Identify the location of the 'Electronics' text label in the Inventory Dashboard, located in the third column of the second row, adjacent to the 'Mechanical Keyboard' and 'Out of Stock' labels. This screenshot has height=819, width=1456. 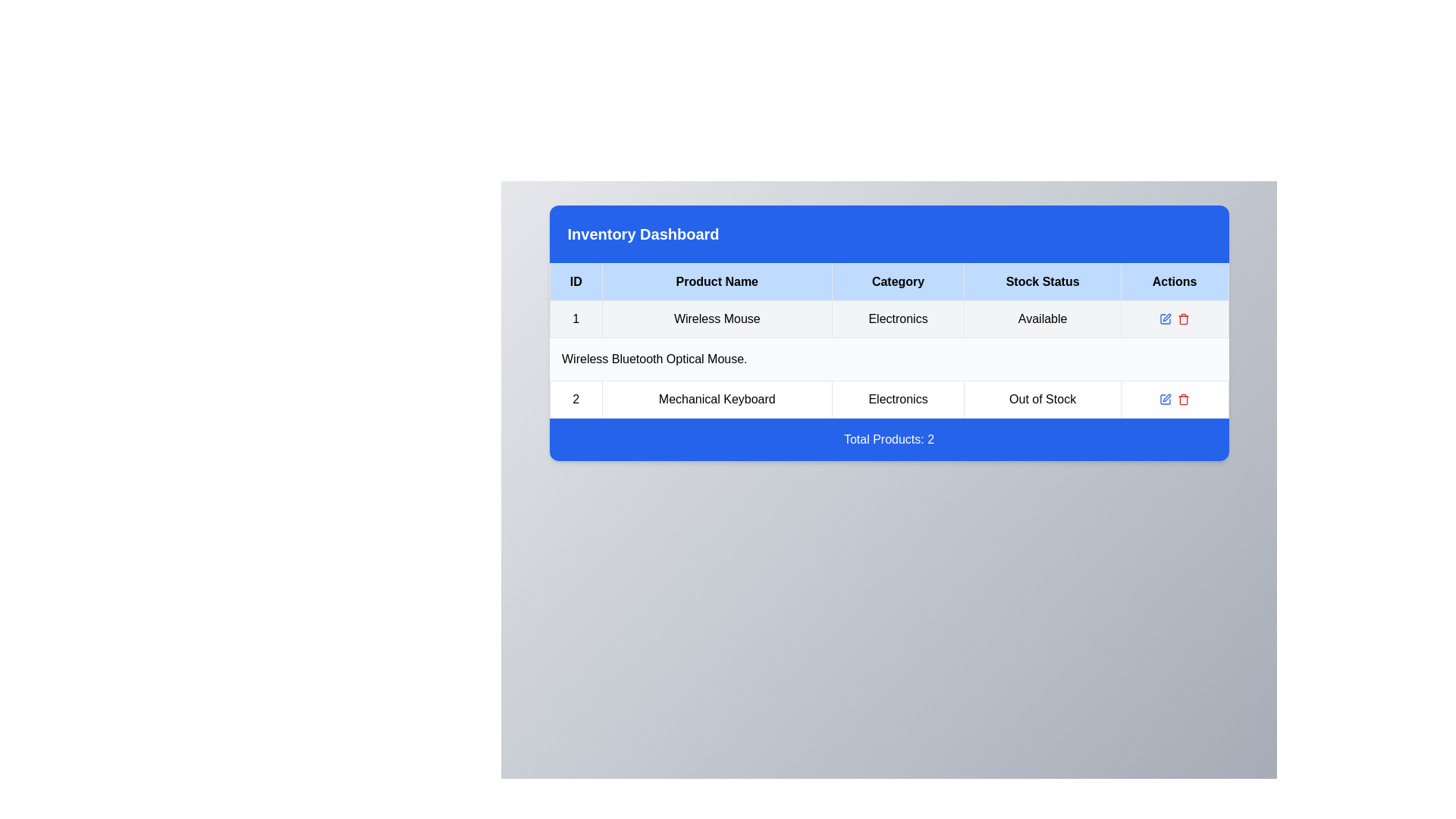
(898, 399).